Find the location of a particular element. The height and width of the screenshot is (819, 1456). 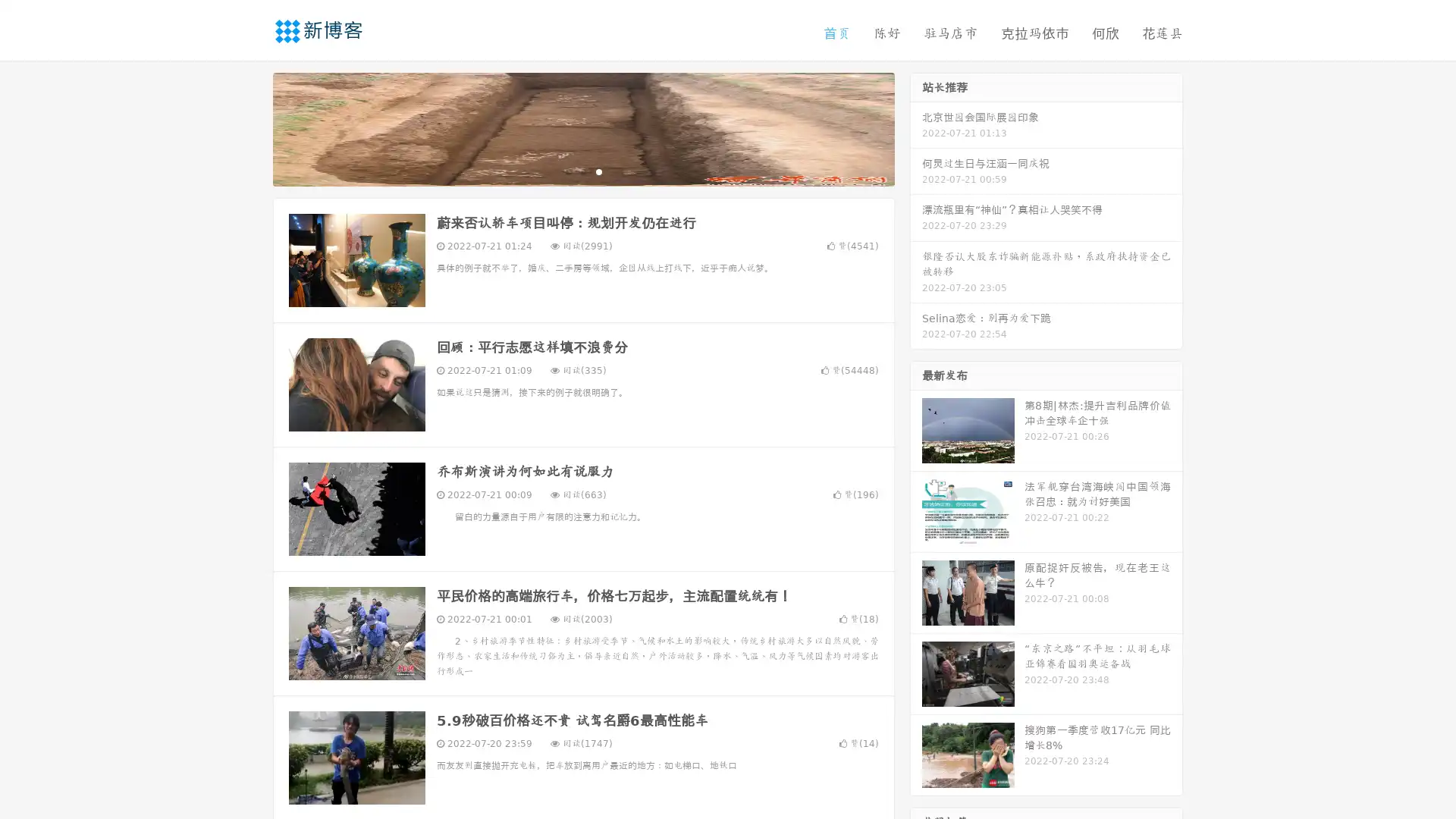

Go to slide 1 is located at coordinates (567, 171).